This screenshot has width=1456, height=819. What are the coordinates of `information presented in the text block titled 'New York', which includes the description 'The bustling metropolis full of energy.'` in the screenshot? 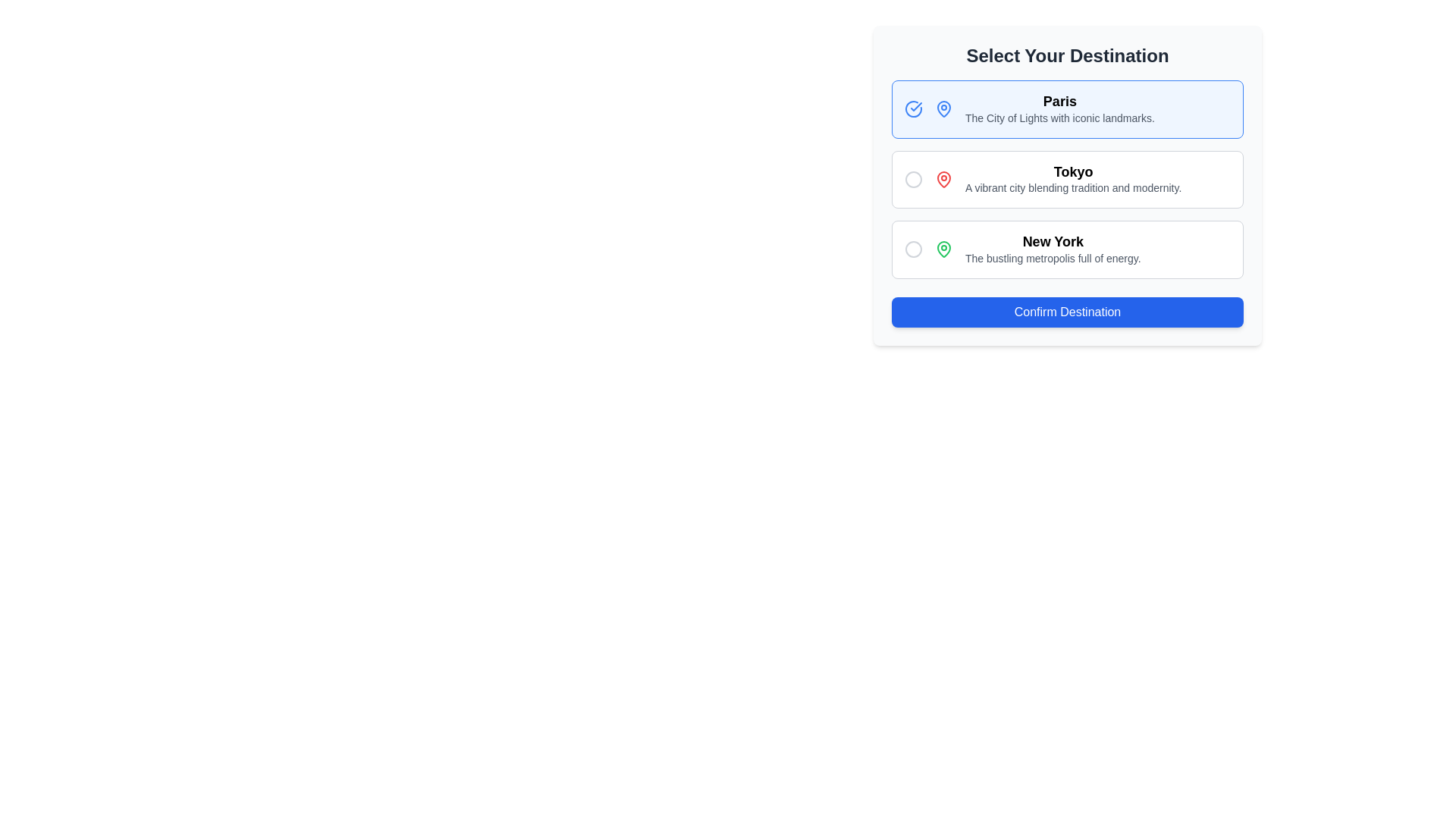 It's located at (1052, 249).